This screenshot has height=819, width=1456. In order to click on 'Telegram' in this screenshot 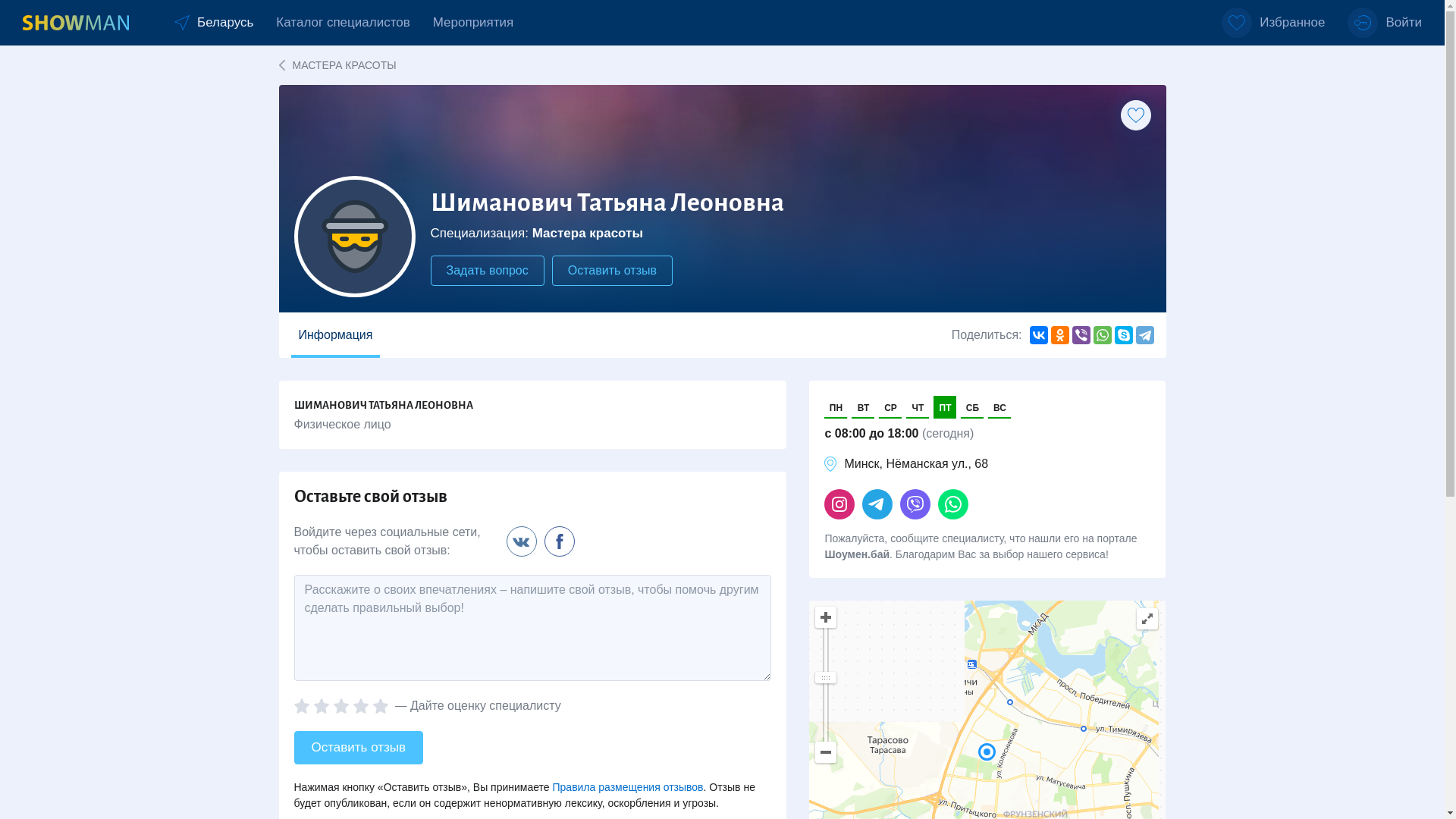, I will do `click(1145, 334)`.